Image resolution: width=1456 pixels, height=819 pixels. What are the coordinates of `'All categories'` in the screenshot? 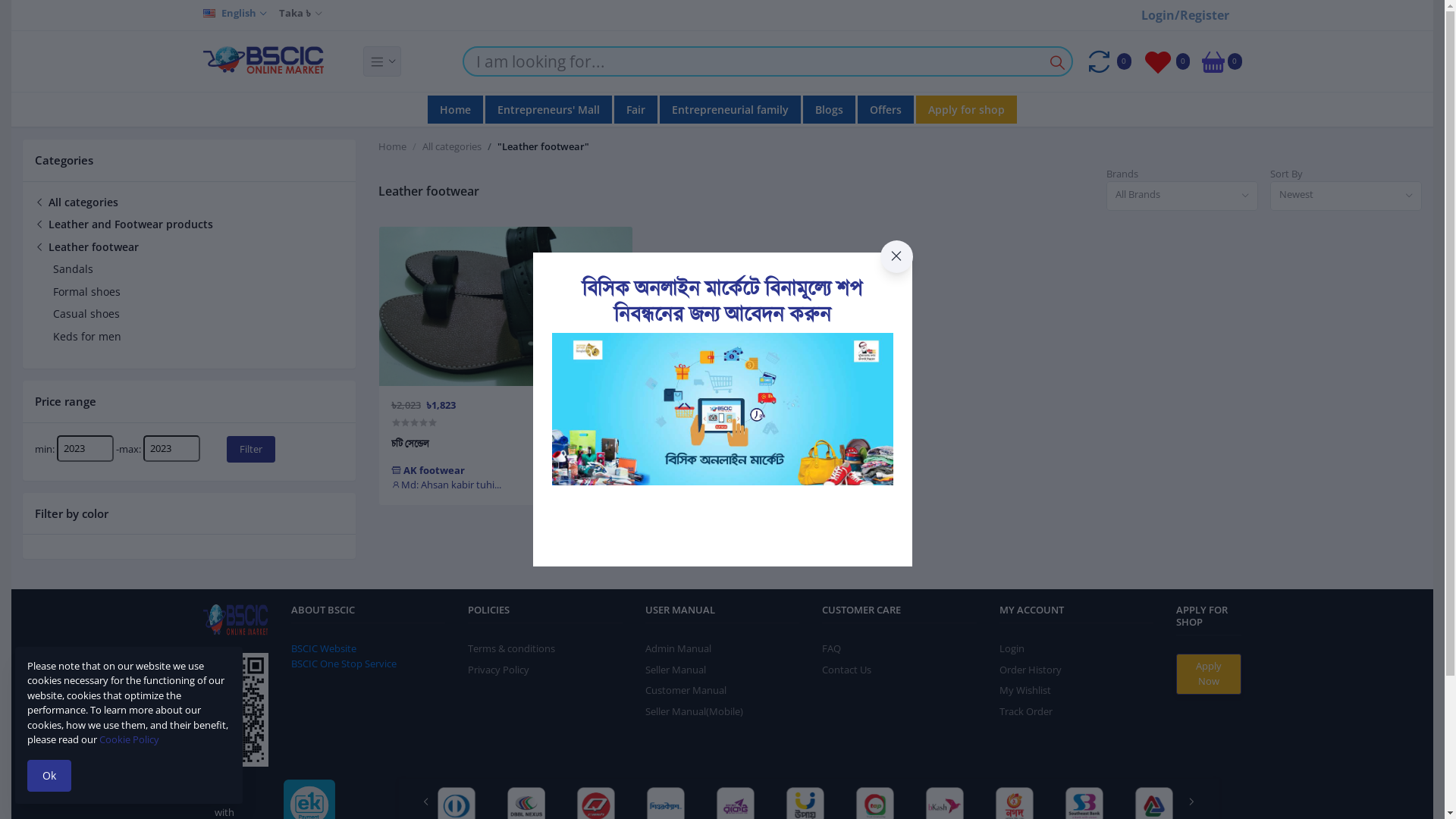 It's located at (75, 200).